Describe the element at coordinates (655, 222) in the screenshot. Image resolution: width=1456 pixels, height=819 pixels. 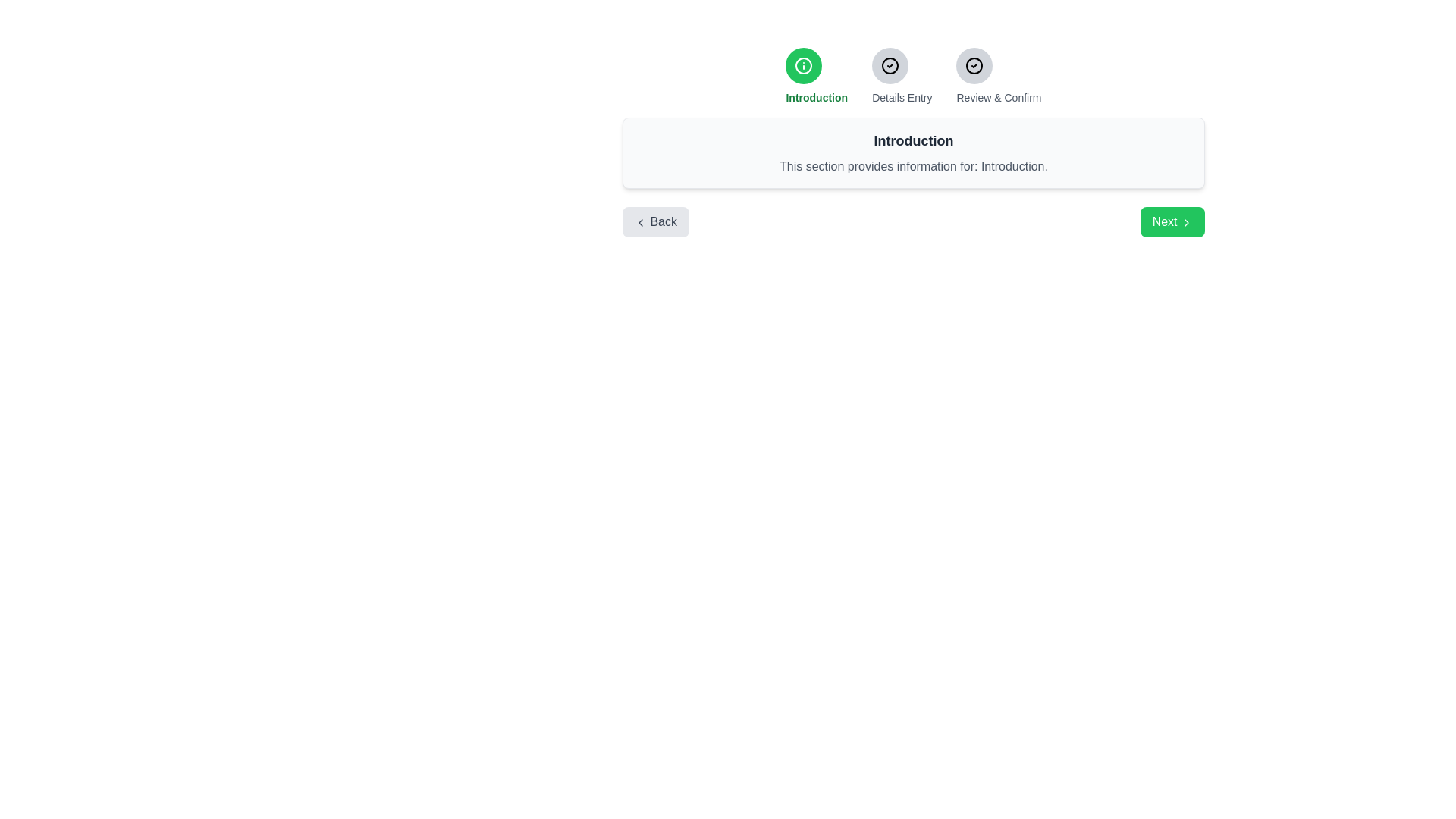
I see `the Back Button to check for hover effects` at that location.